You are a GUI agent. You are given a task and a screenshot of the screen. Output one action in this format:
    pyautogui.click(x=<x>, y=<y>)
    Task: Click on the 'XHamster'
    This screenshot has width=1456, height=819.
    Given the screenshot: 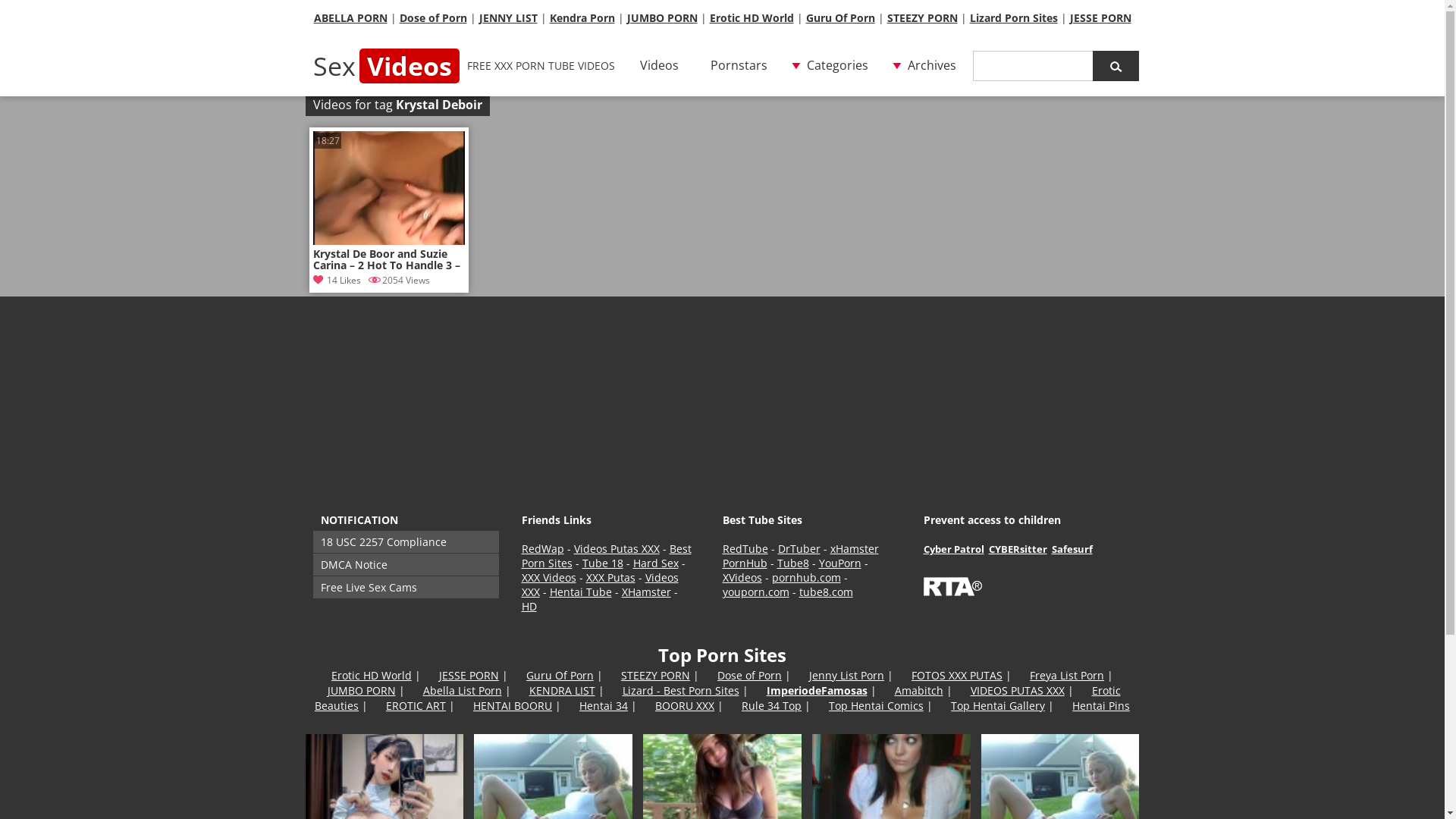 What is the action you would take?
    pyautogui.click(x=622, y=591)
    